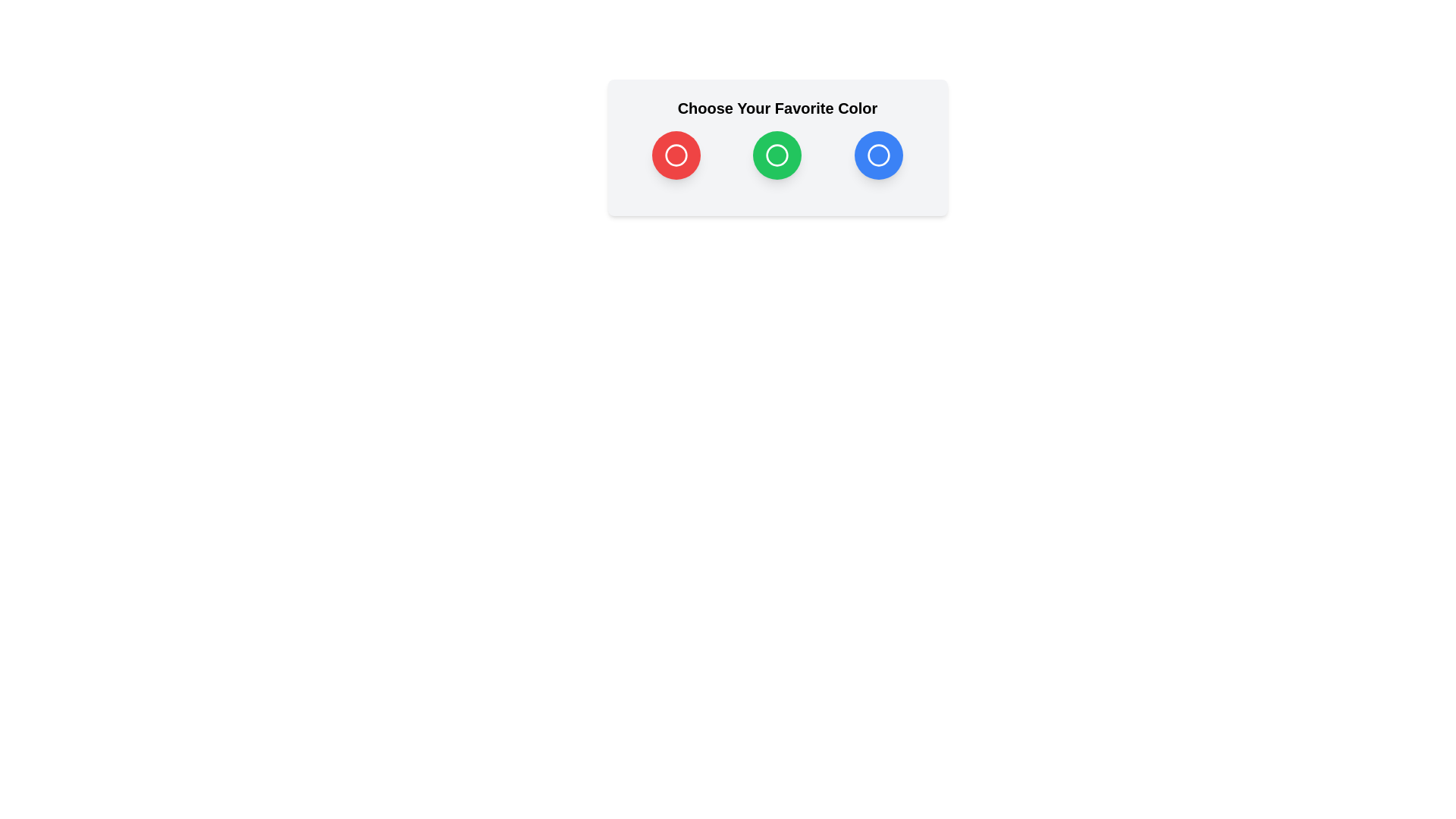 This screenshot has width=1456, height=819. I want to click on the color Green from the options available, so click(777, 155).